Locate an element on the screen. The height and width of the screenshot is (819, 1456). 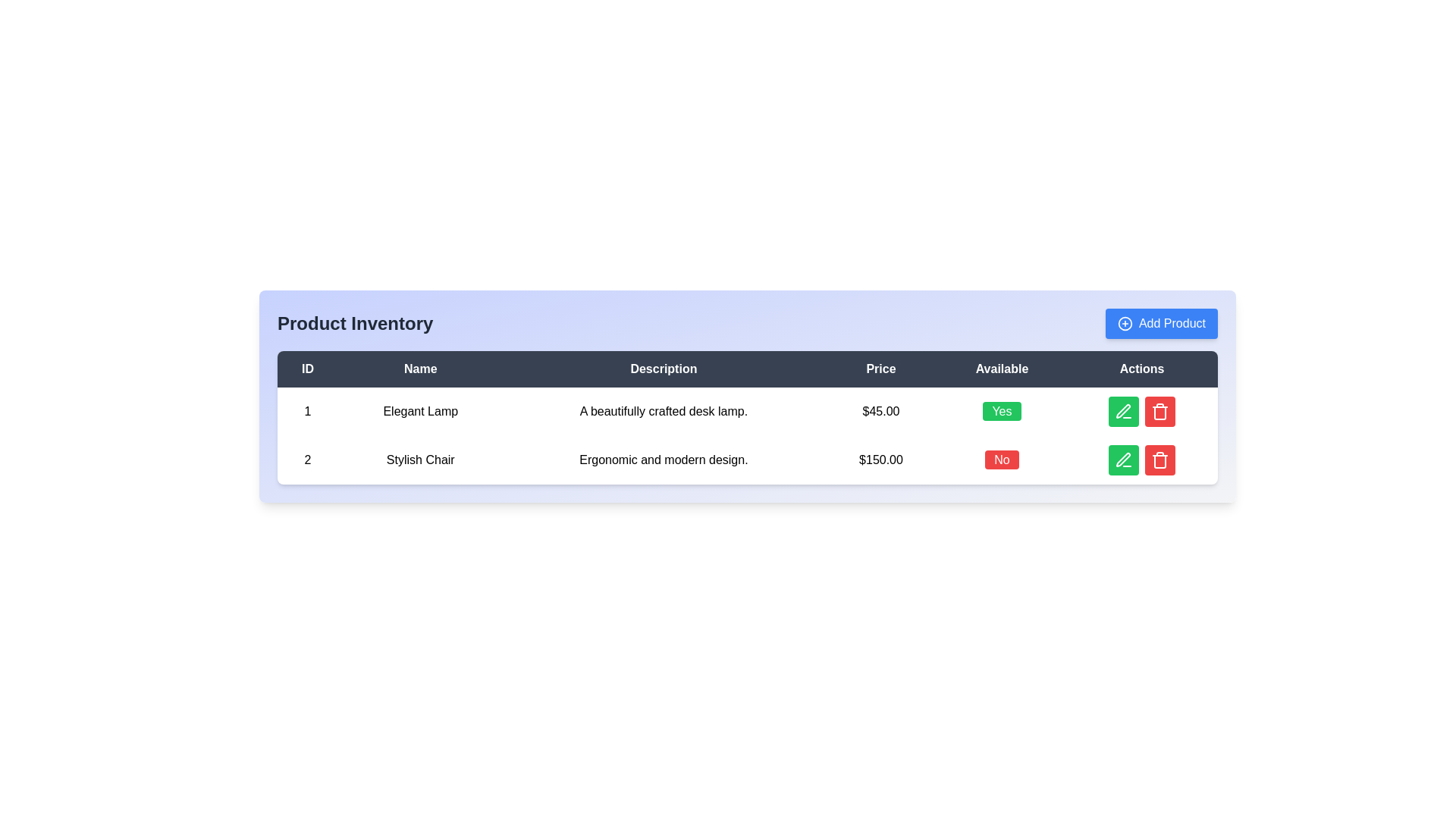
the 'ID' text label located in the header row of the table, which is the first column label with a dark background and white text is located at coordinates (306, 369).